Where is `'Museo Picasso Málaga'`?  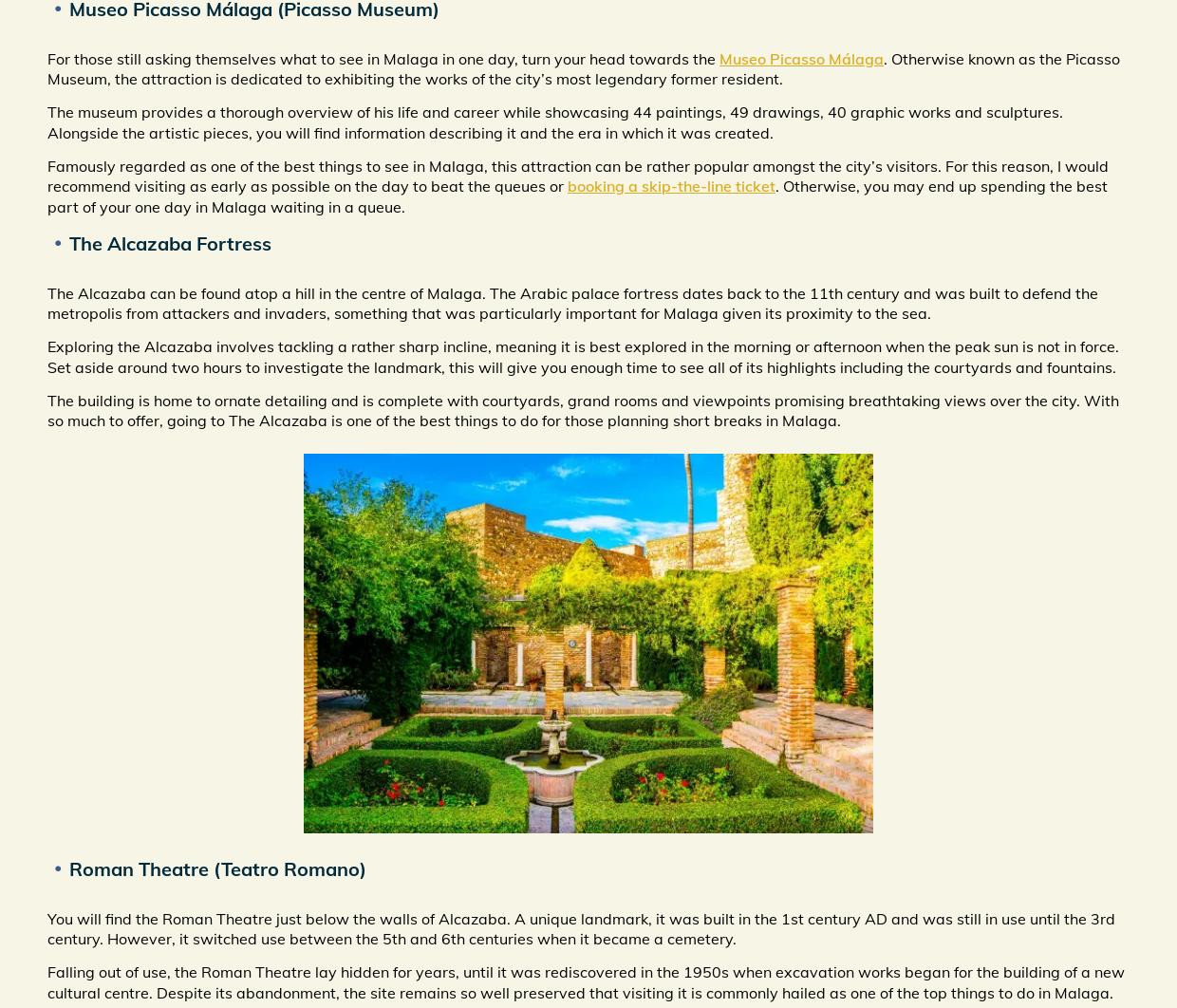
'Museo Picasso Málaga' is located at coordinates (800, 57).